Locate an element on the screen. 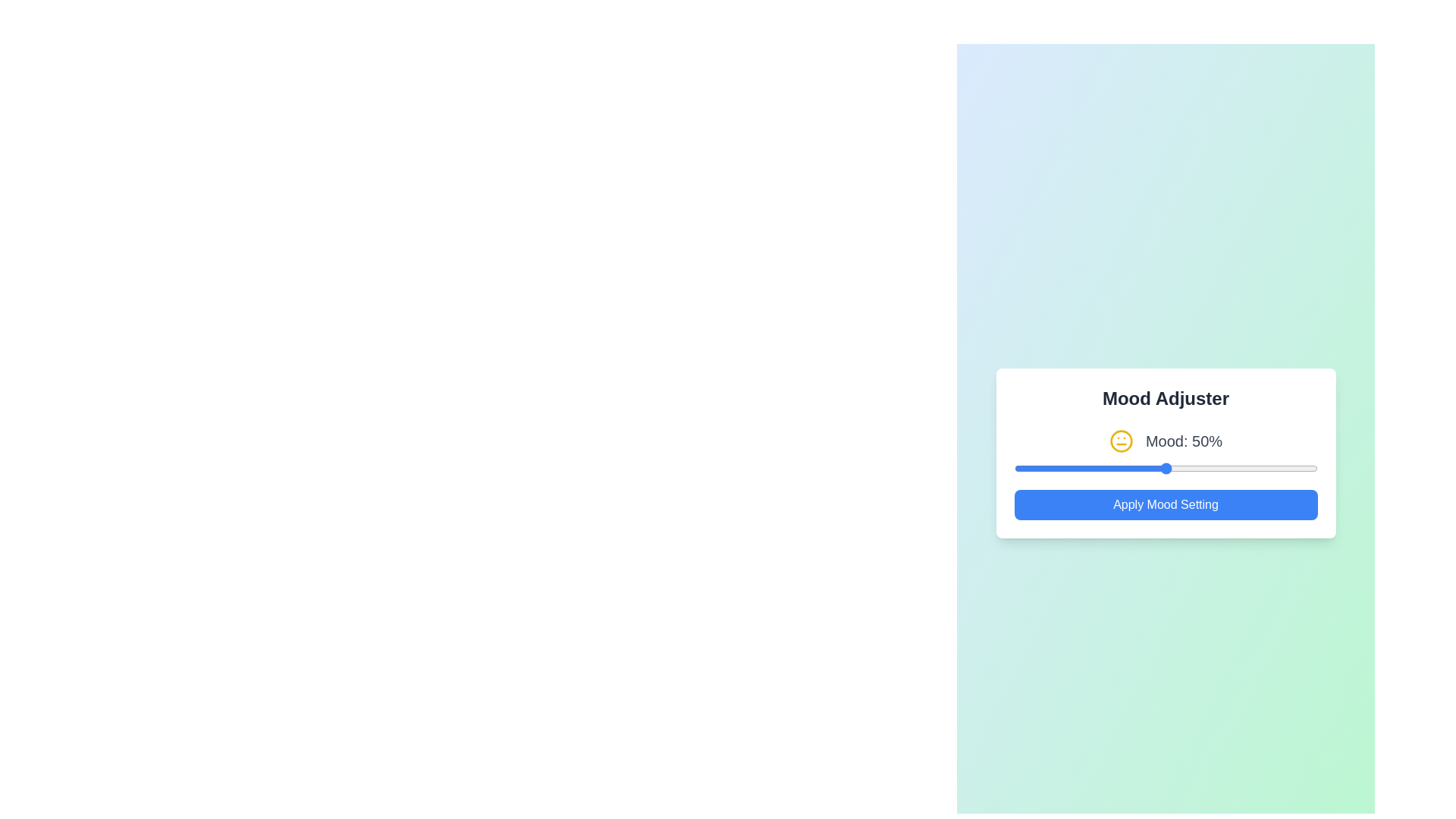 The image size is (1456, 819). the mood slider to set the mood value to 99% is located at coordinates (1313, 467).